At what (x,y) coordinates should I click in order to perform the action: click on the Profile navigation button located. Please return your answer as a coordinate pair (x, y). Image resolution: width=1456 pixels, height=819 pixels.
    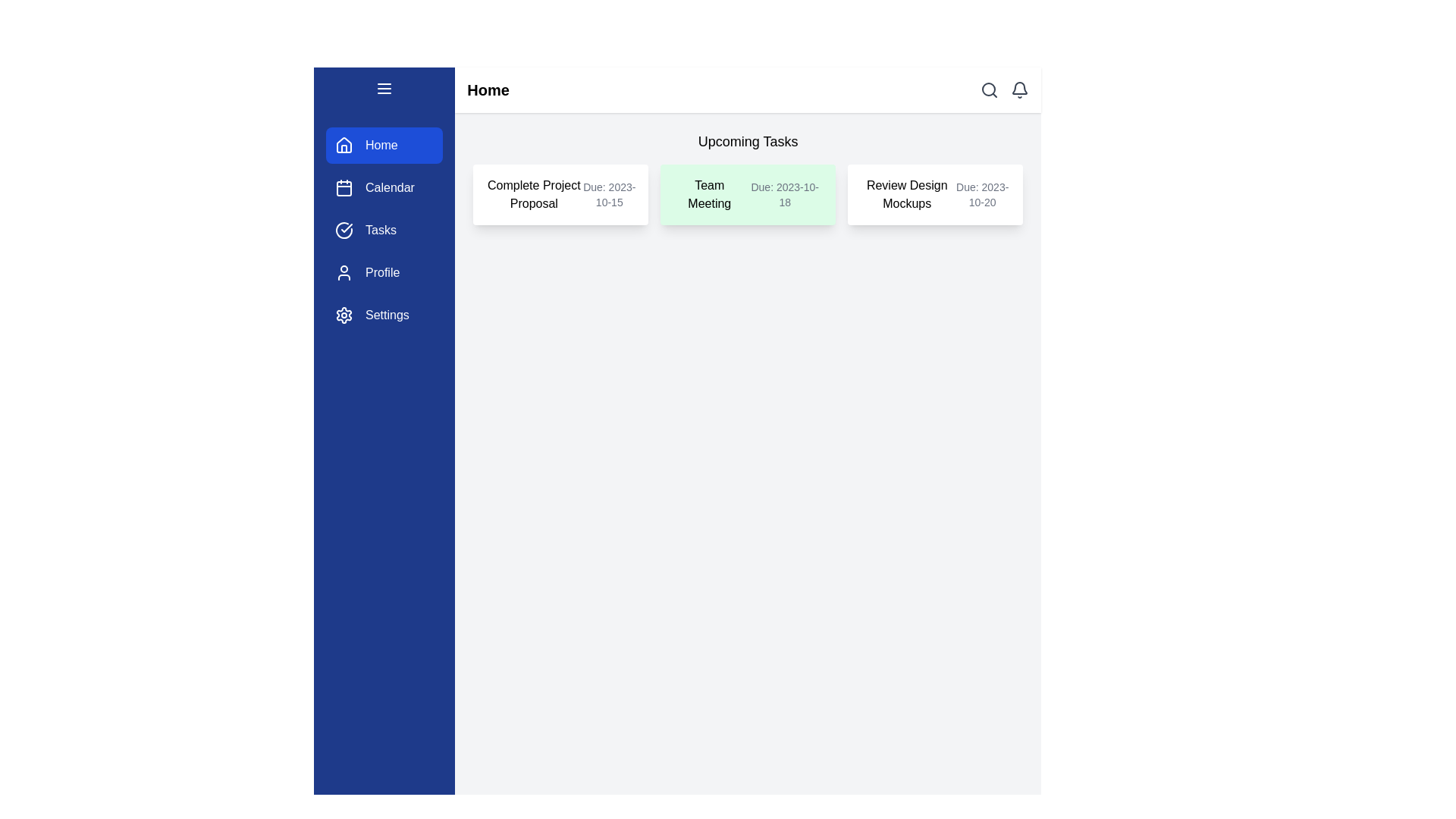
    Looking at the image, I should click on (384, 271).